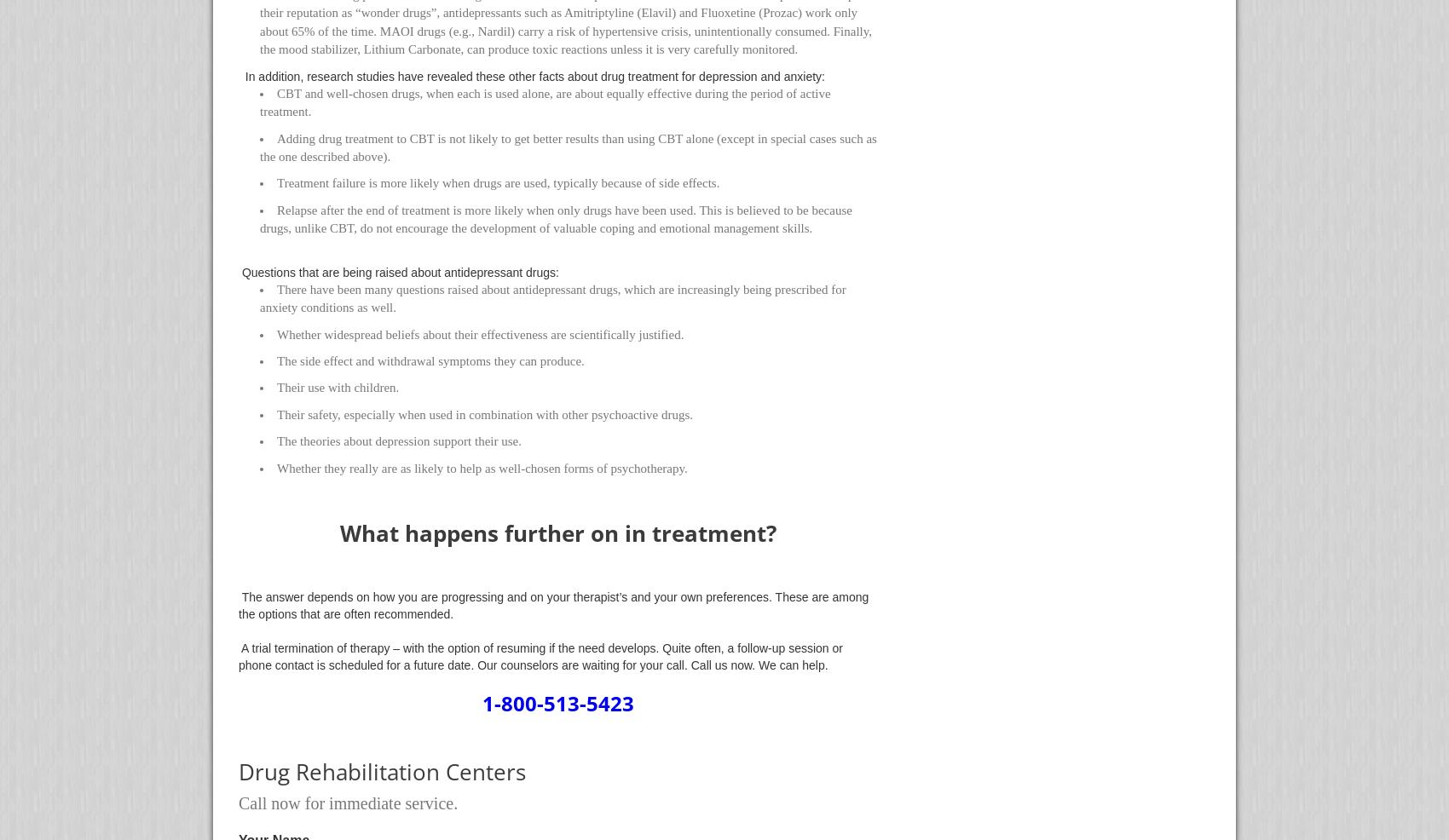 Image resolution: width=1449 pixels, height=840 pixels. Describe the element at coordinates (399, 440) in the screenshot. I see `'The theories about depression support their use.'` at that location.